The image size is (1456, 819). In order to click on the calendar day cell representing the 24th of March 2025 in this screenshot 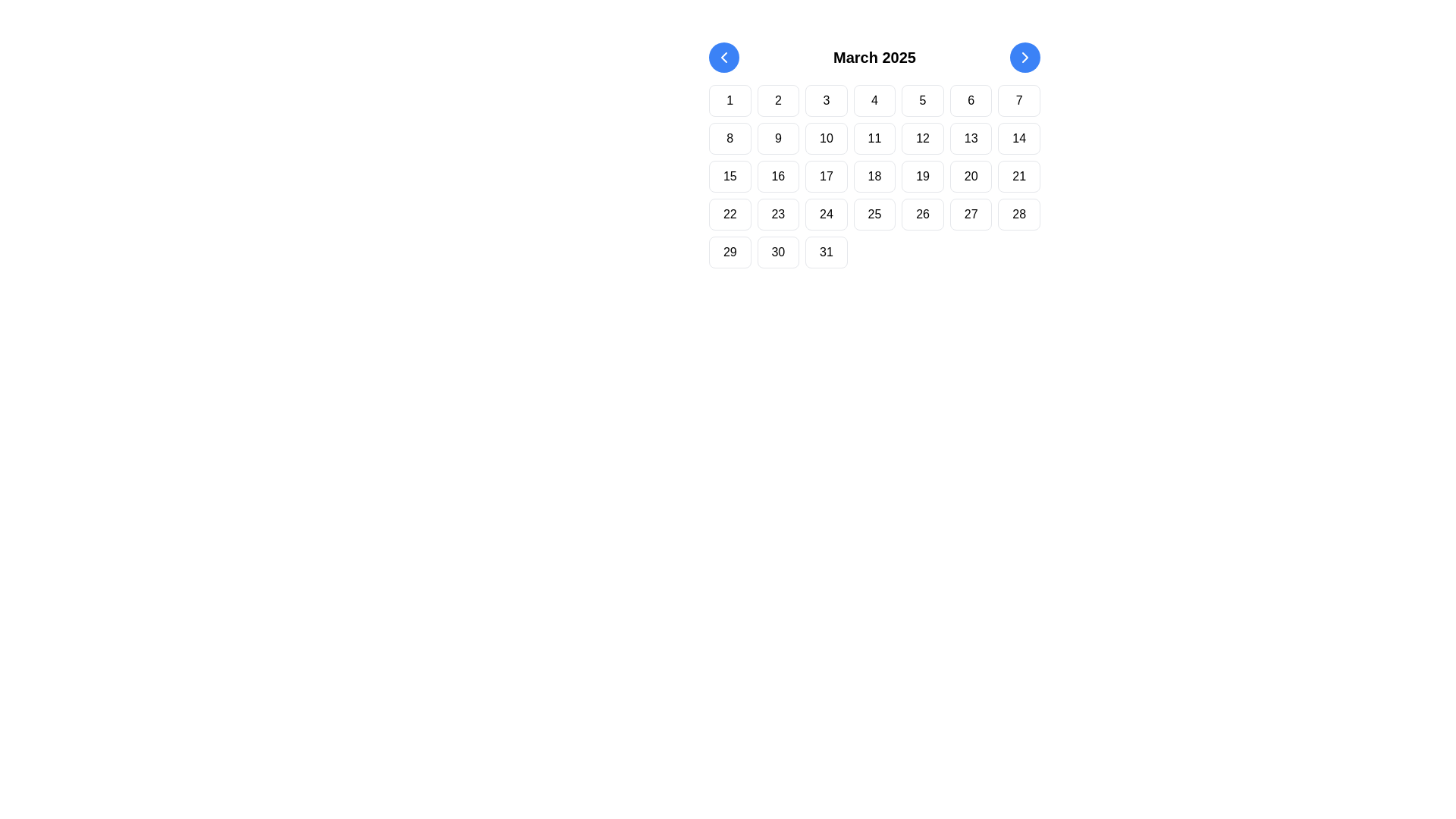, I will do `click(825, 214)`.